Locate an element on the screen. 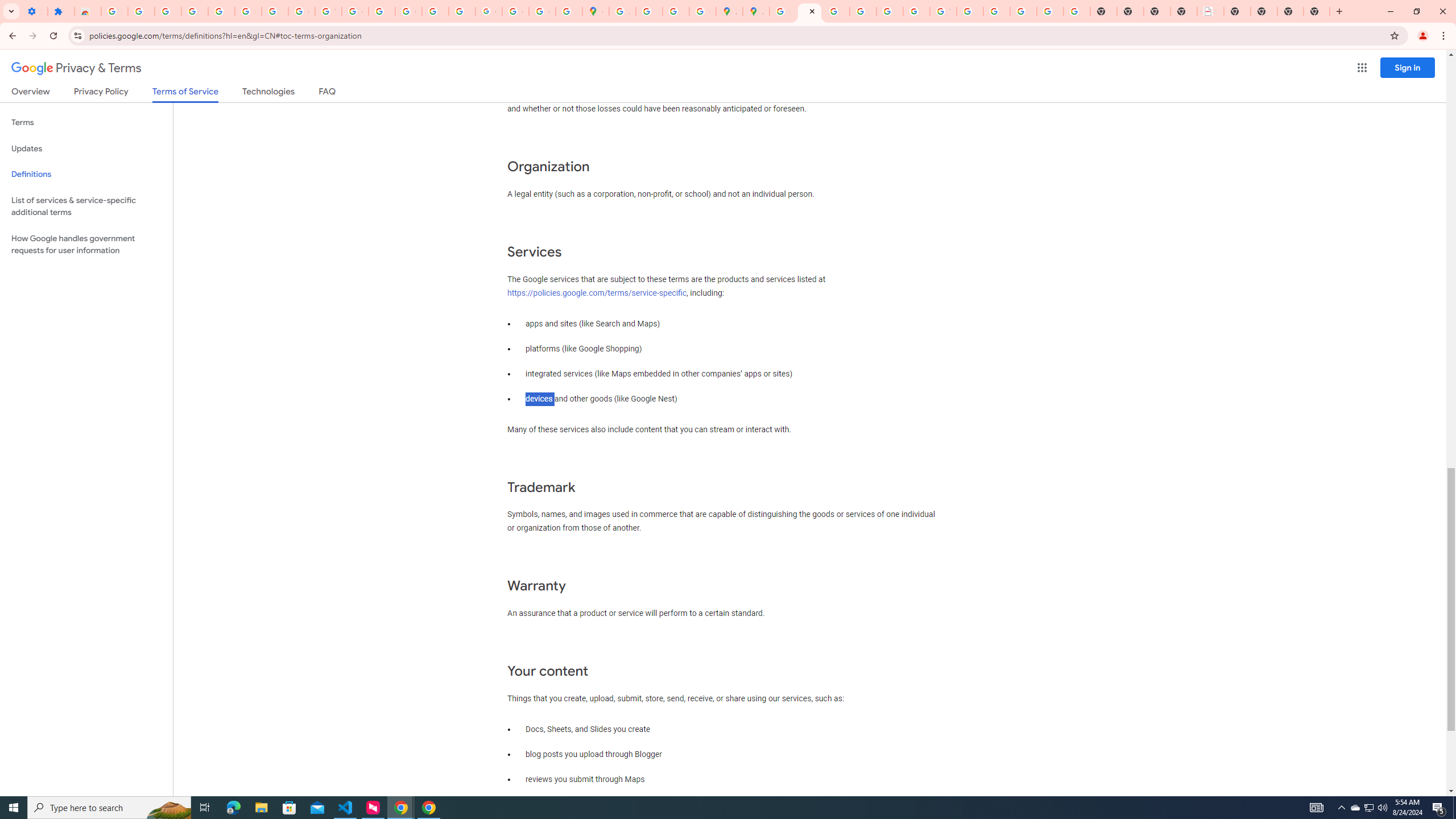  'Safety in Our Products - Google Safety Center' is located at coordinates (702, 11).